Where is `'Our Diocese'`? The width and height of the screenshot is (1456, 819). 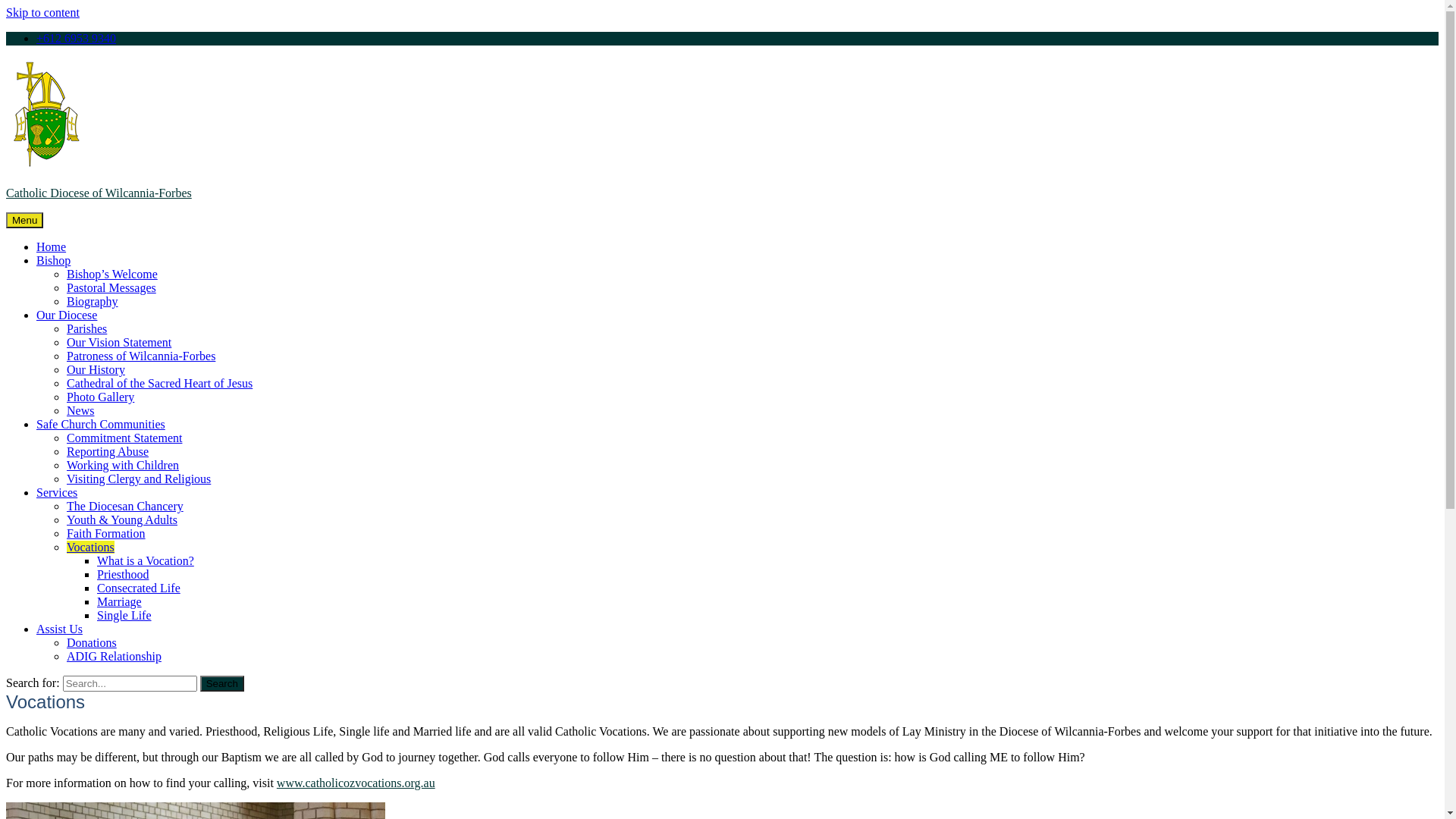 'Our Diocese' is located at coordinates (36, 314).